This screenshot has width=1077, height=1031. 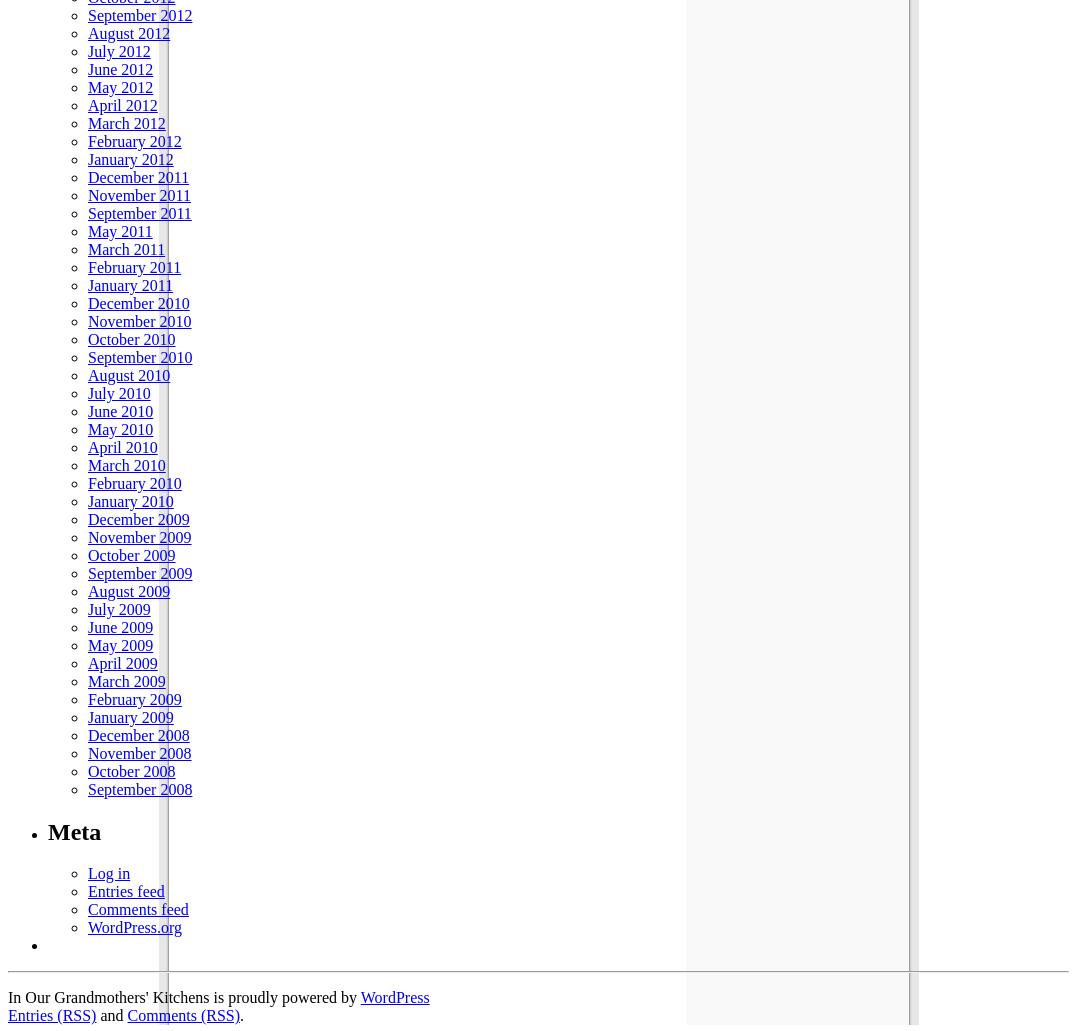 What do you see at coordinates (138, 733) in the screenshot?
I see `'December 2008'` at bounding box center [138, 733].